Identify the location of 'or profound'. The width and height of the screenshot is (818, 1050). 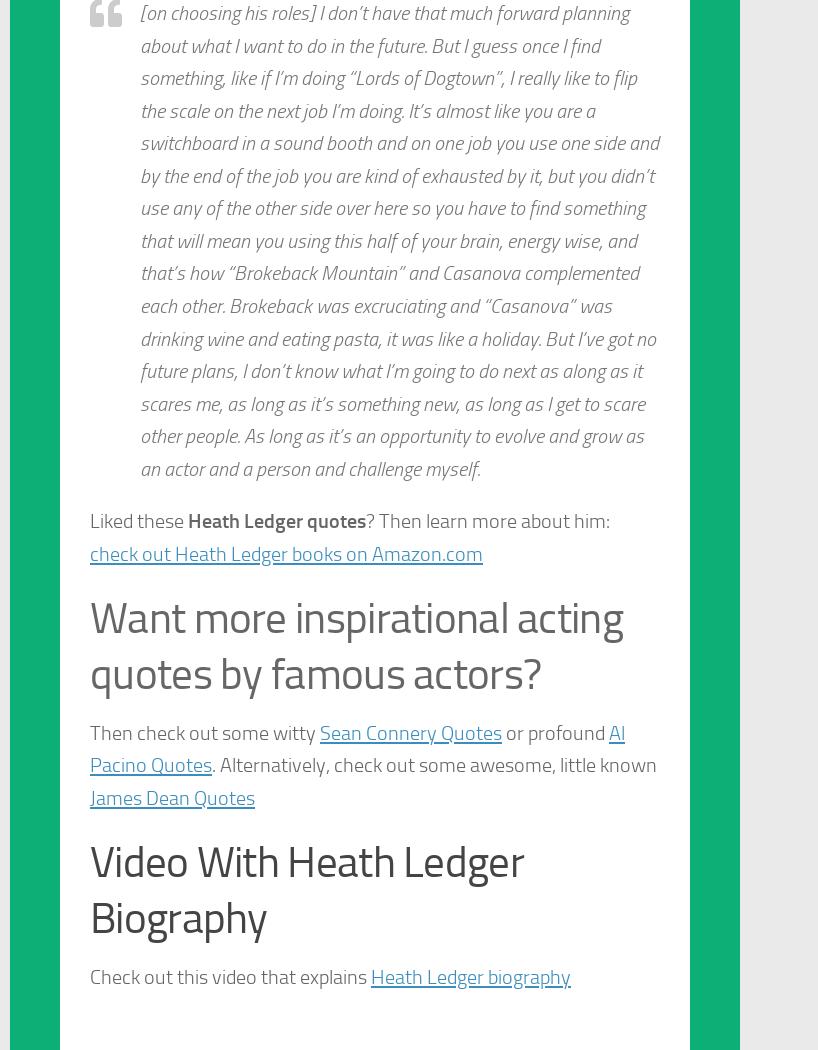
(554, 730).